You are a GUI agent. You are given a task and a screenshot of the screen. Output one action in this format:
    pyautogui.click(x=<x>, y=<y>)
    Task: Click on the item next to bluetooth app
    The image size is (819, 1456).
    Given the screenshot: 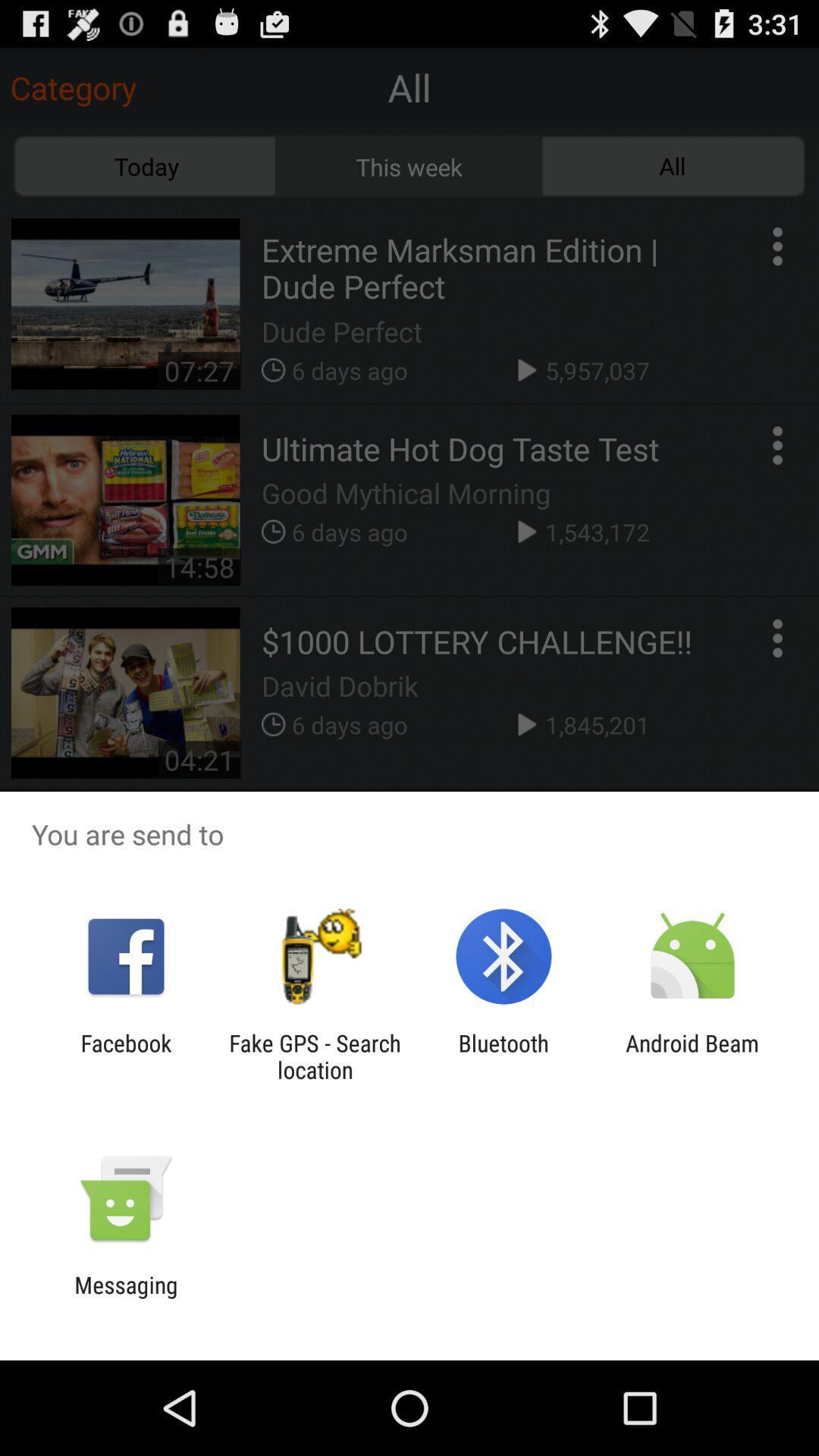 What is the action you would take?
    pyautogui.click(x=314, y=1056)
    